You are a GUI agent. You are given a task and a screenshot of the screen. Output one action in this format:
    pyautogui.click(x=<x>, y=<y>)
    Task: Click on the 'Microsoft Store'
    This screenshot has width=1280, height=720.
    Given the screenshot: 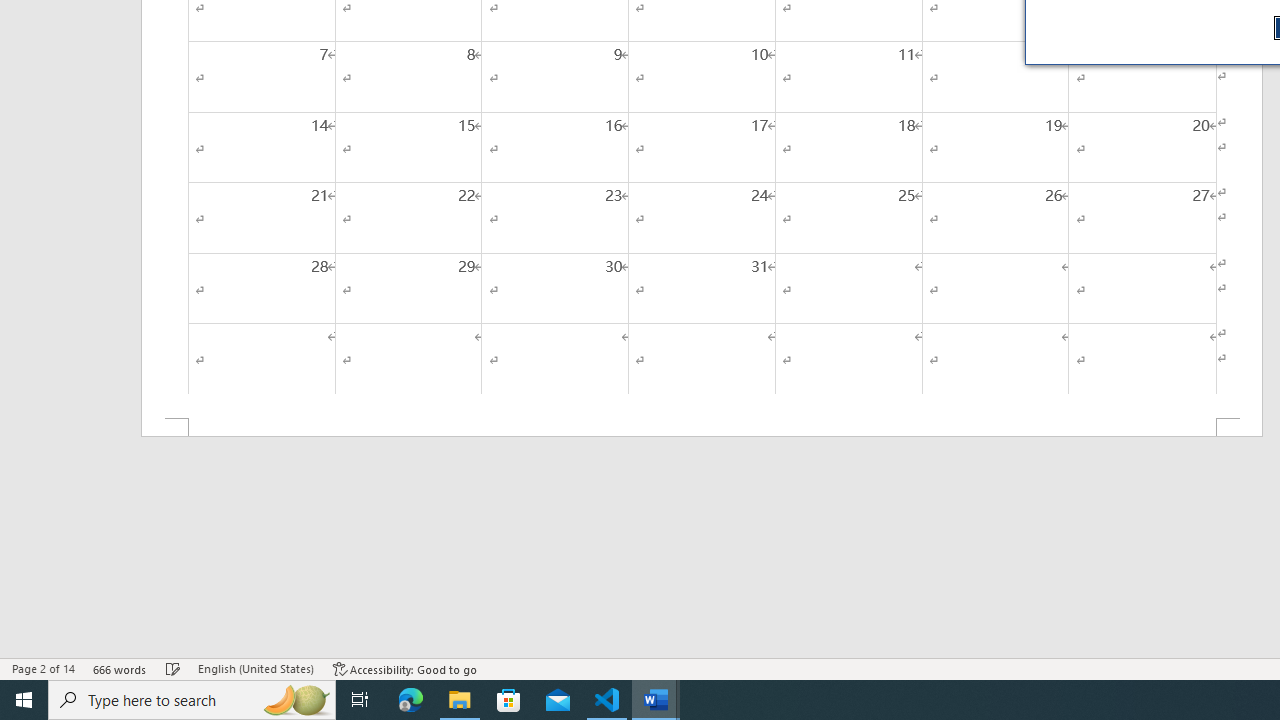 What is the action you would take?
    pyautogui.click(x=509, y=698)
    